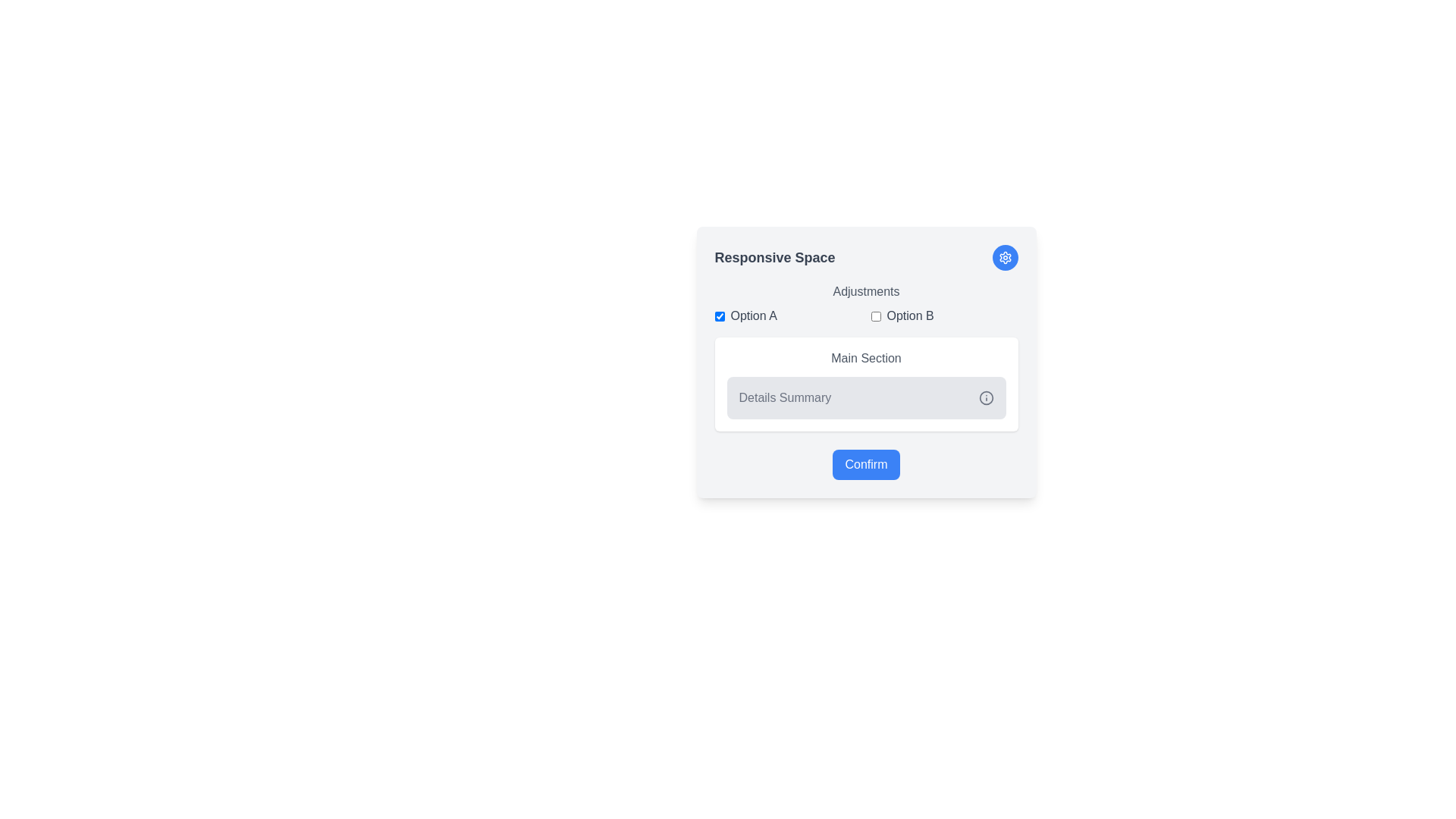  I want to click on the circular info icon with a gray outline located next to the 'Details Summary' text, so click(986, 397).